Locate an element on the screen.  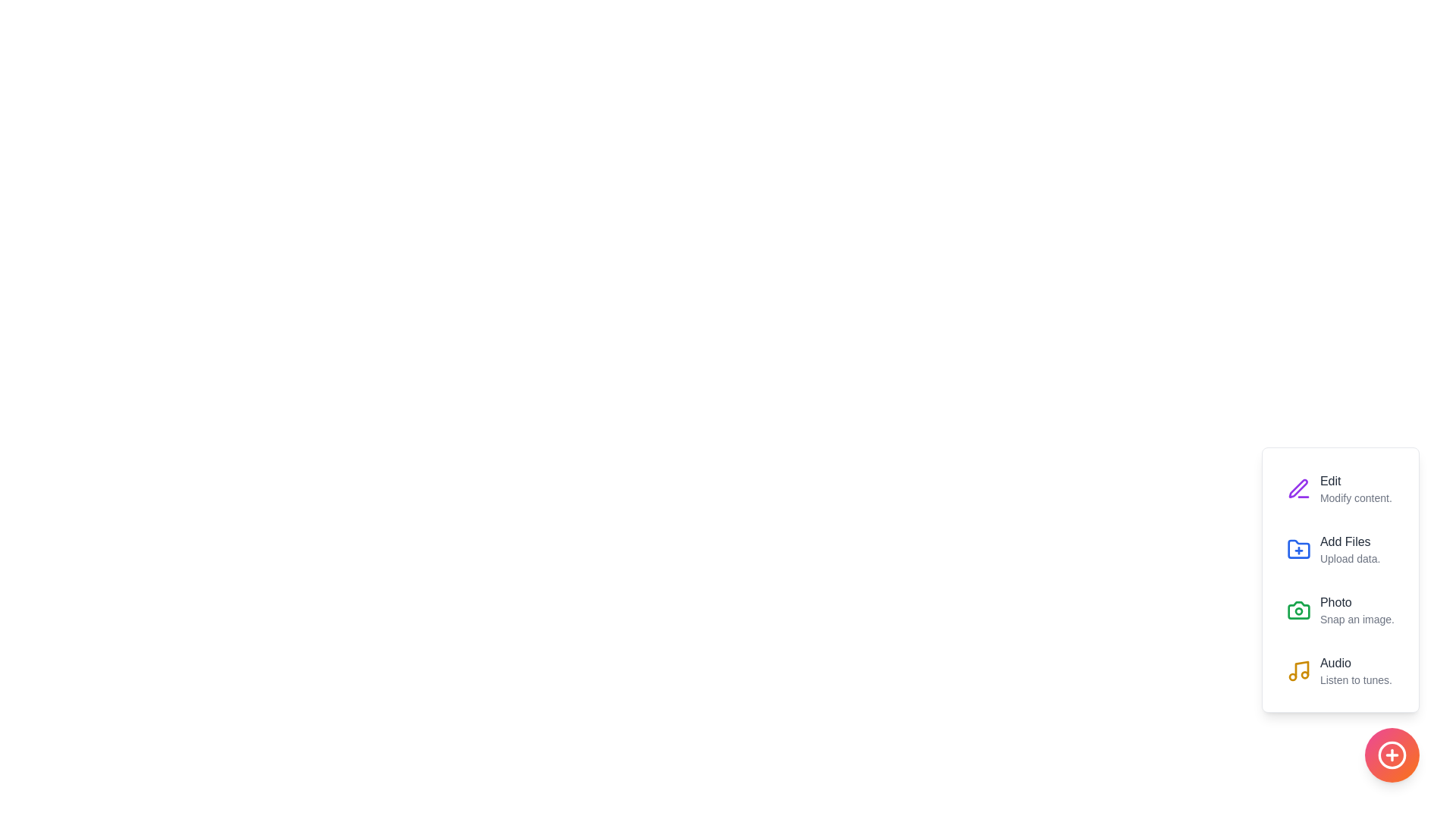
the action Photo from the menu is located at coordinates (1298, 610).